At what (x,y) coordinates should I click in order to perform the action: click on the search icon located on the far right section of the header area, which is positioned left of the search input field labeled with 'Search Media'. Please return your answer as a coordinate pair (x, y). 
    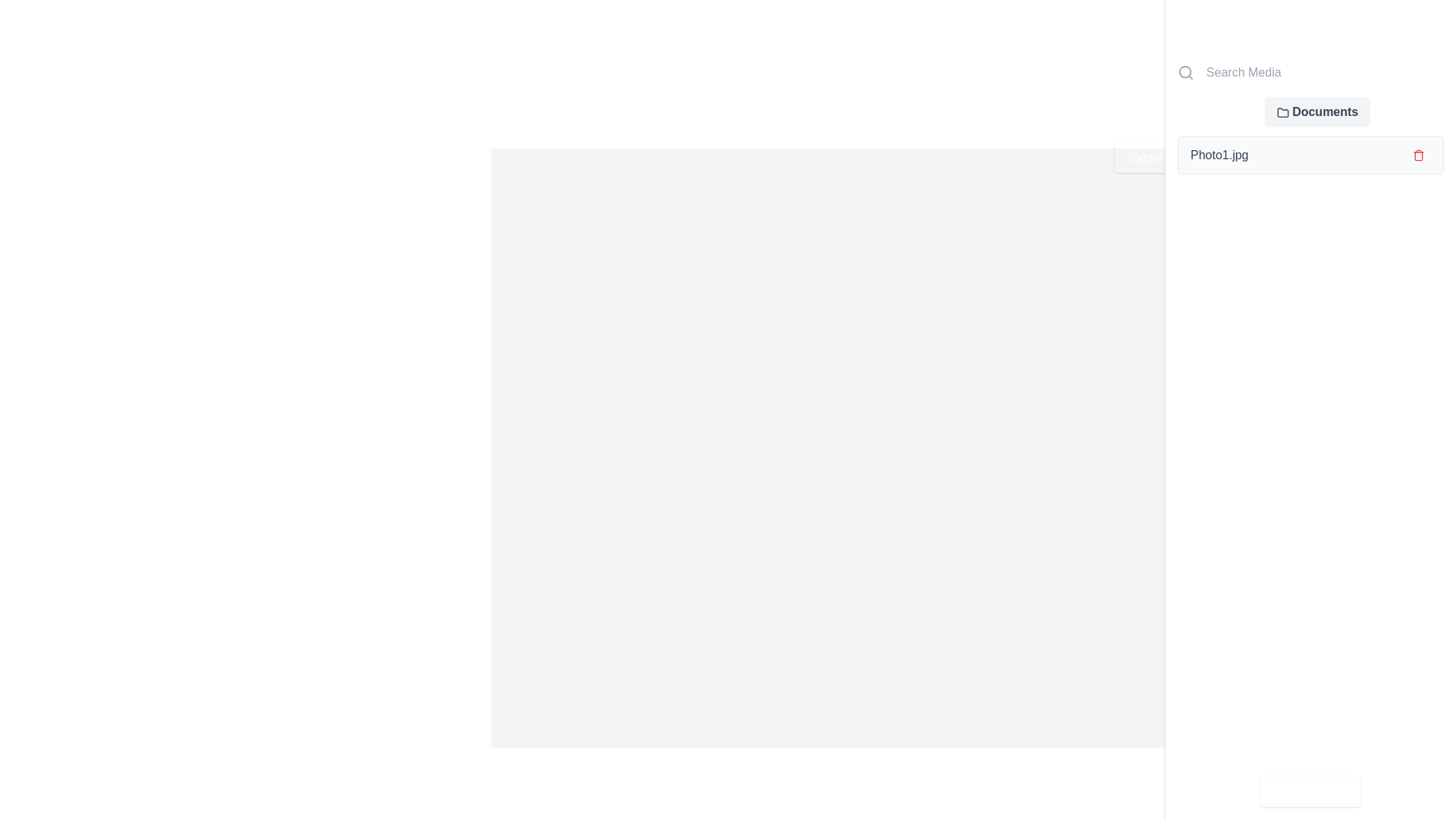
    Looking at the image, I should click on (1185, 73).